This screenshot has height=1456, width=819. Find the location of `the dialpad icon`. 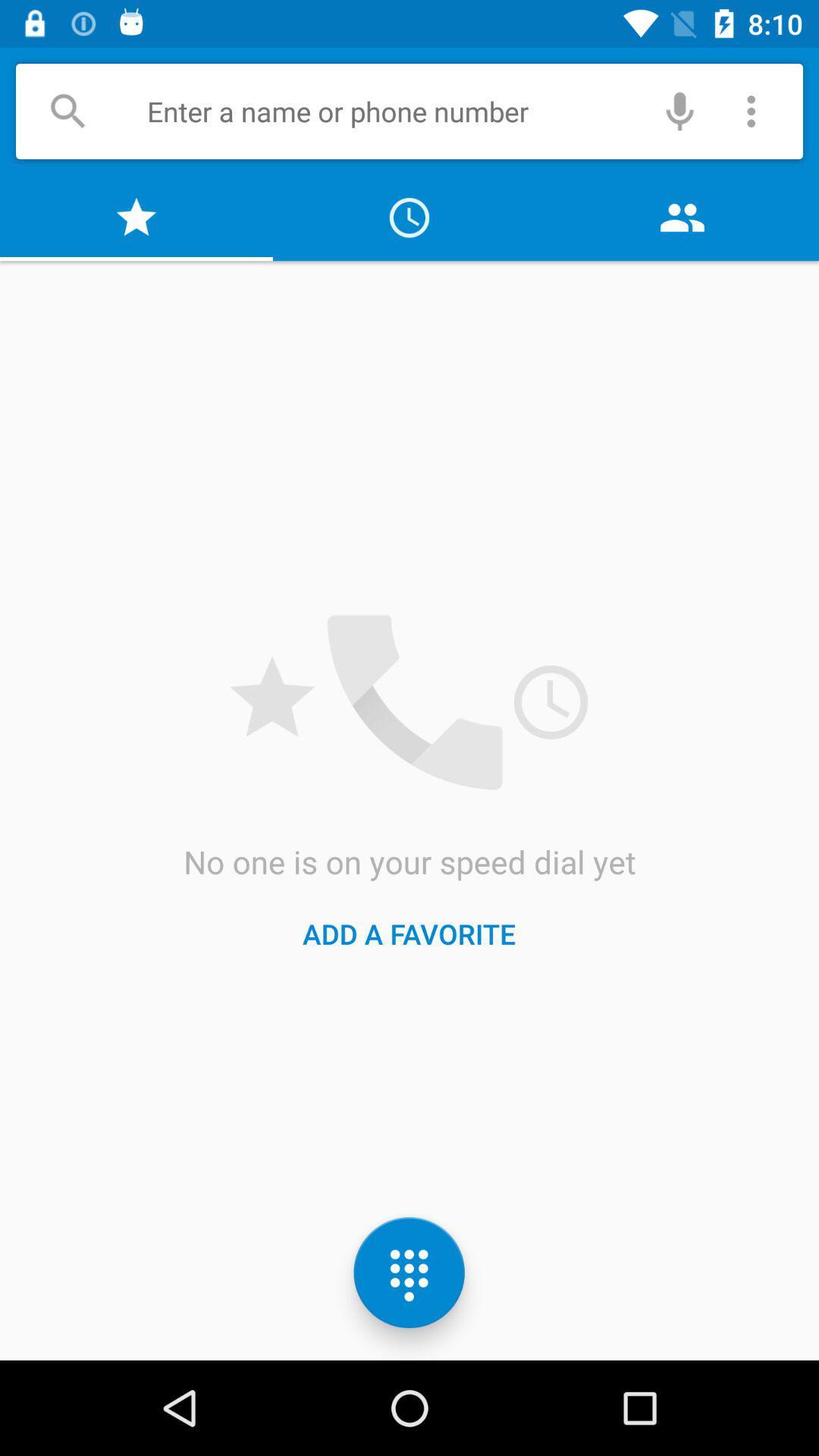

the dialpad icon is located at coordinates (409, 1272).